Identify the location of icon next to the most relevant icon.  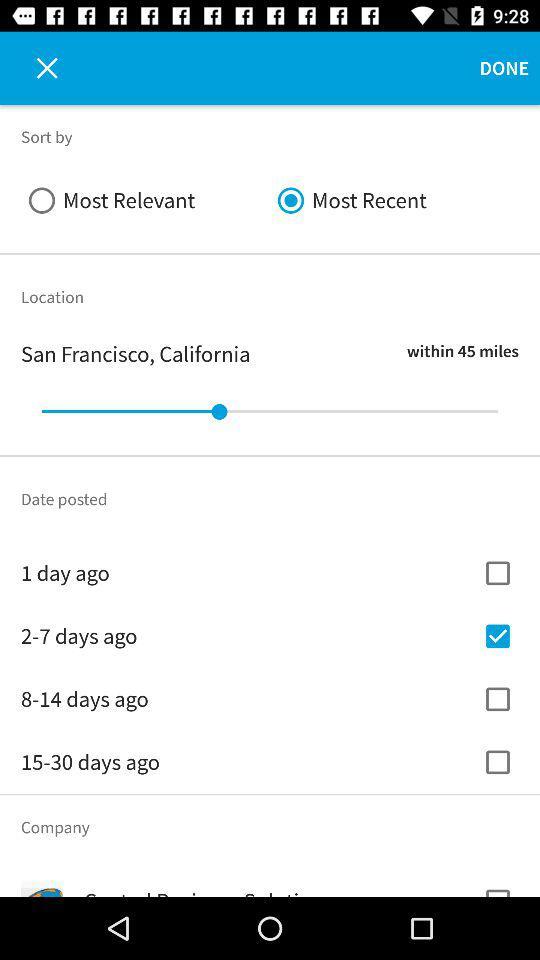
(394, 200).